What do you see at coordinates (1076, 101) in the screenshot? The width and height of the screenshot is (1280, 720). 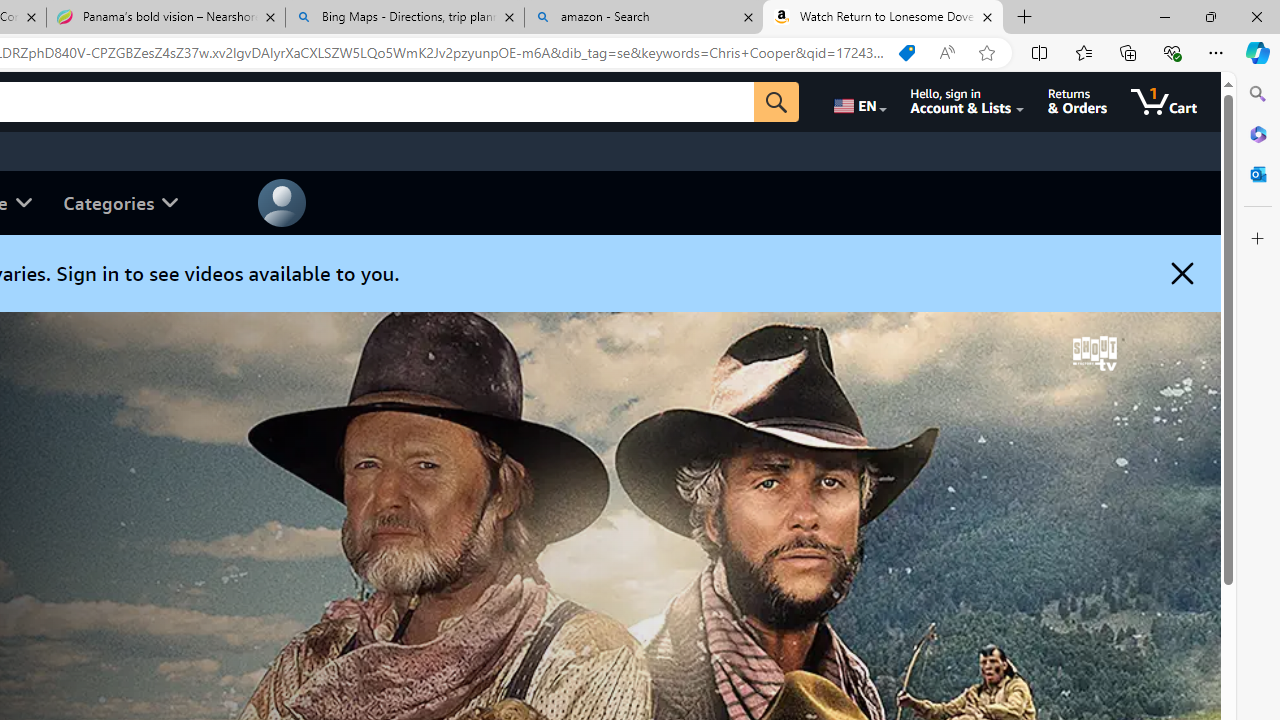 I see `'Returns & Orders'` at bounding box center [1076, 101].